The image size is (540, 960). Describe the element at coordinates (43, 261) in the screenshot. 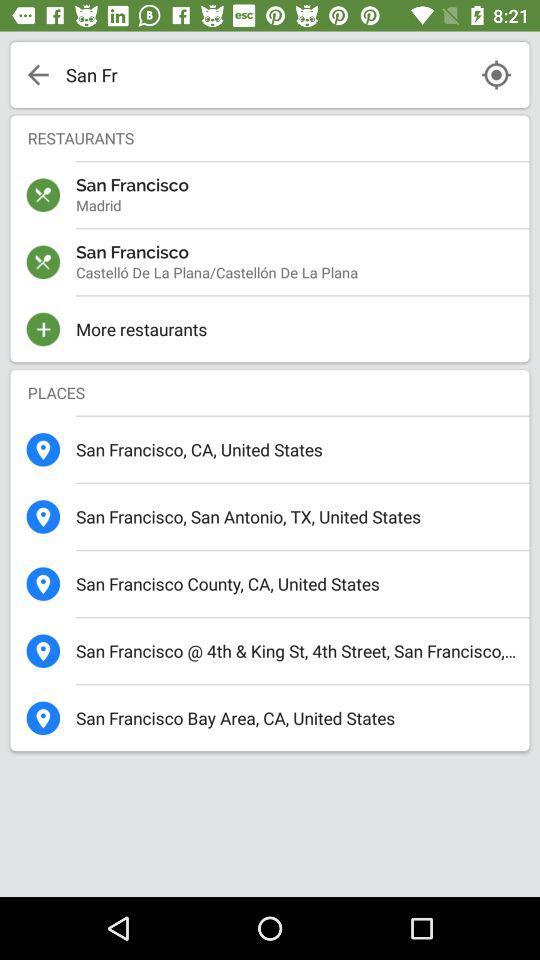

I see `the icon which is above the plus icon` at that location.